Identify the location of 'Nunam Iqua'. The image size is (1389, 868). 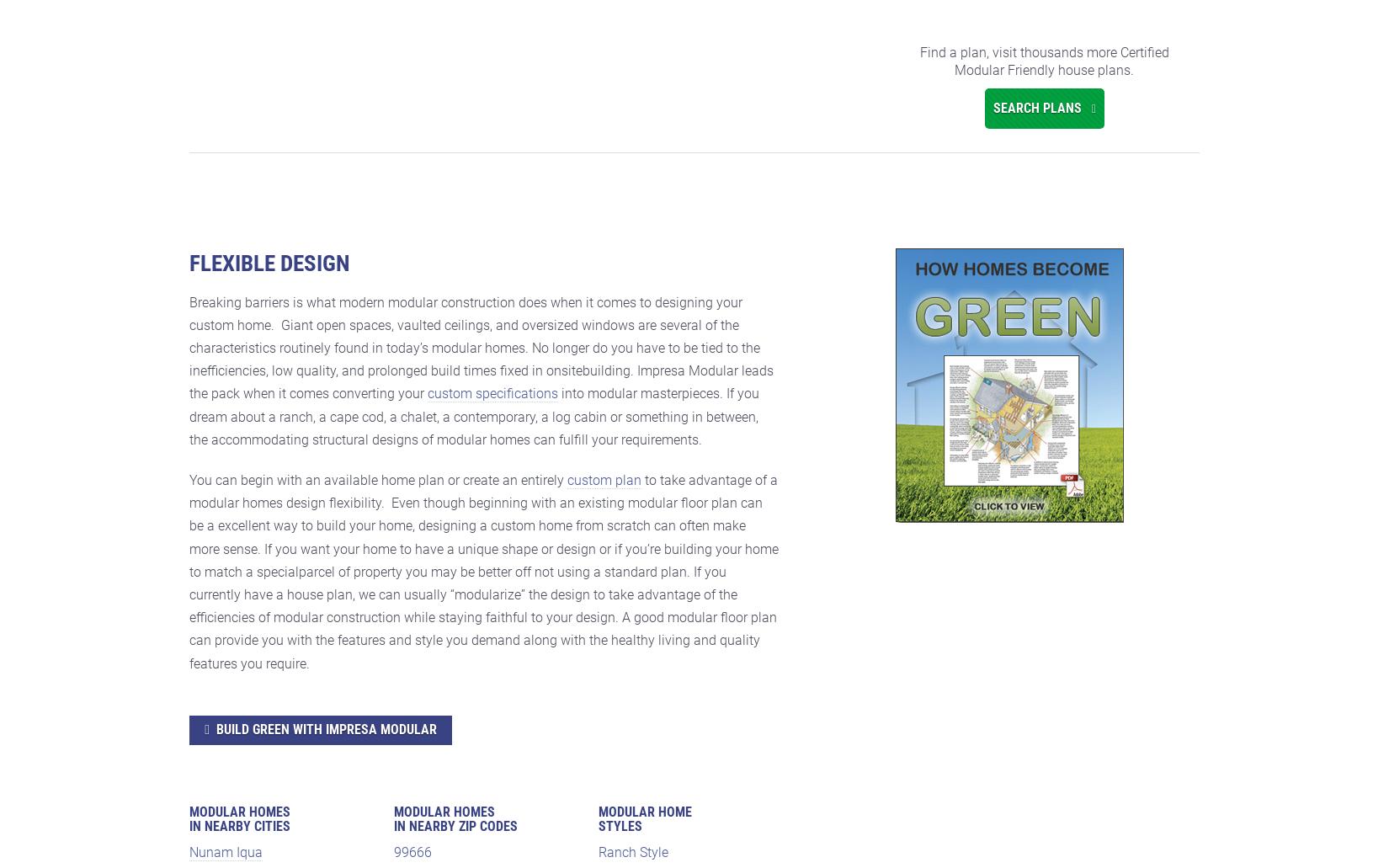
(226, 851).